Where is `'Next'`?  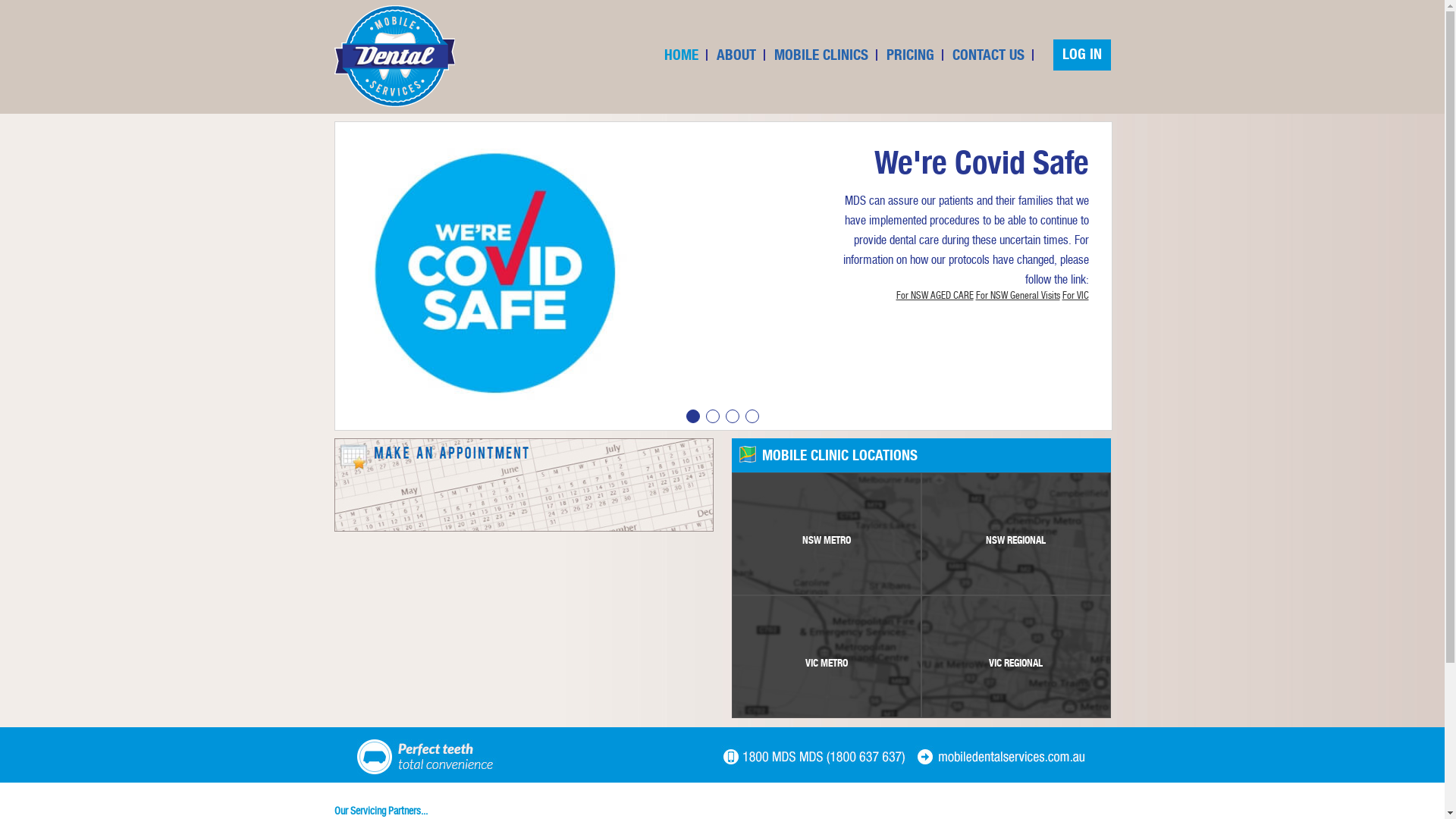
'Next' is located at coordinates (1106, 286).